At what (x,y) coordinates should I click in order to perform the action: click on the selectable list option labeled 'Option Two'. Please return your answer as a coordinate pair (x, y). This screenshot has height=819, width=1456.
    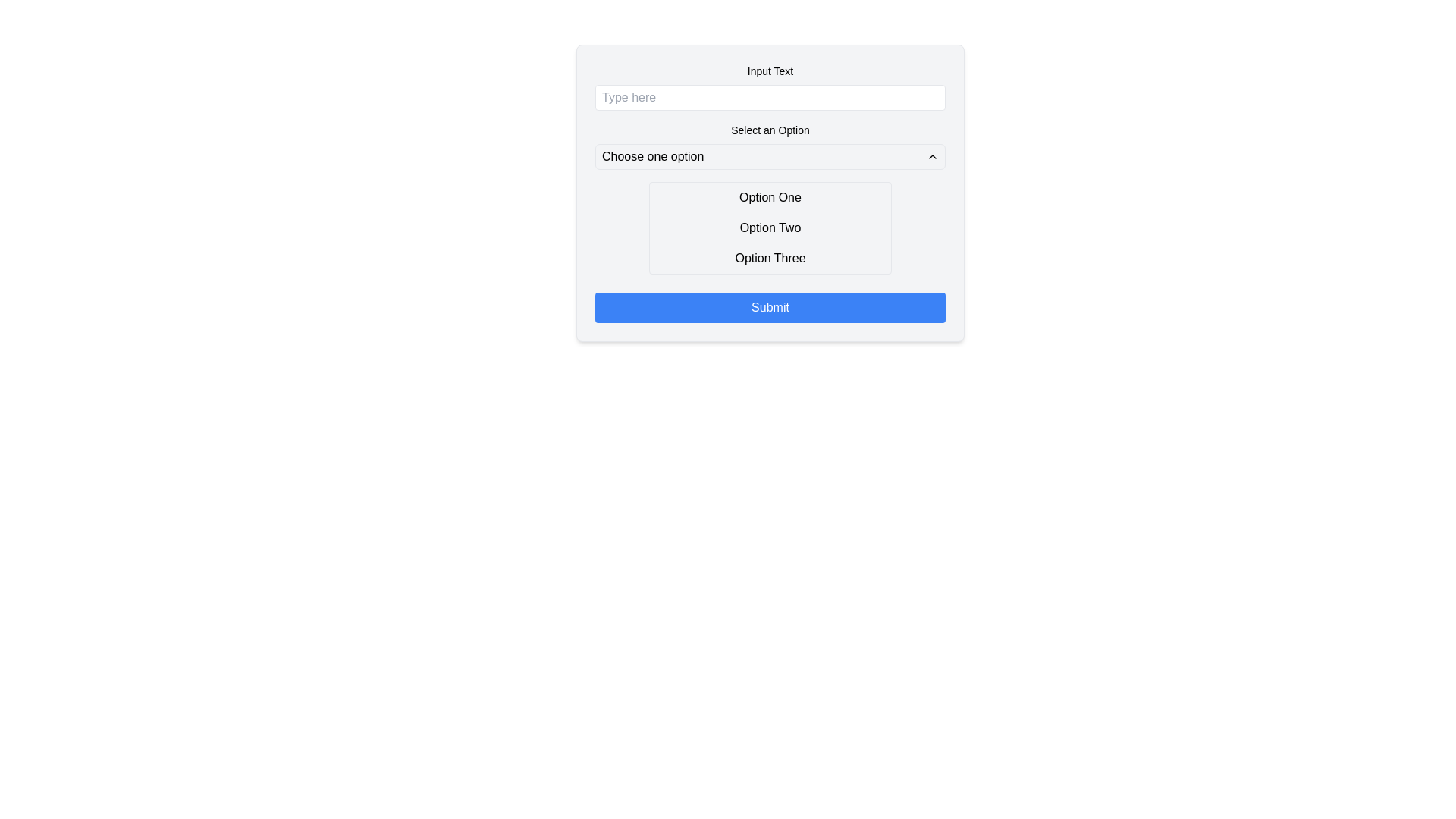
    Looking at the image, I should click on (770, 227).